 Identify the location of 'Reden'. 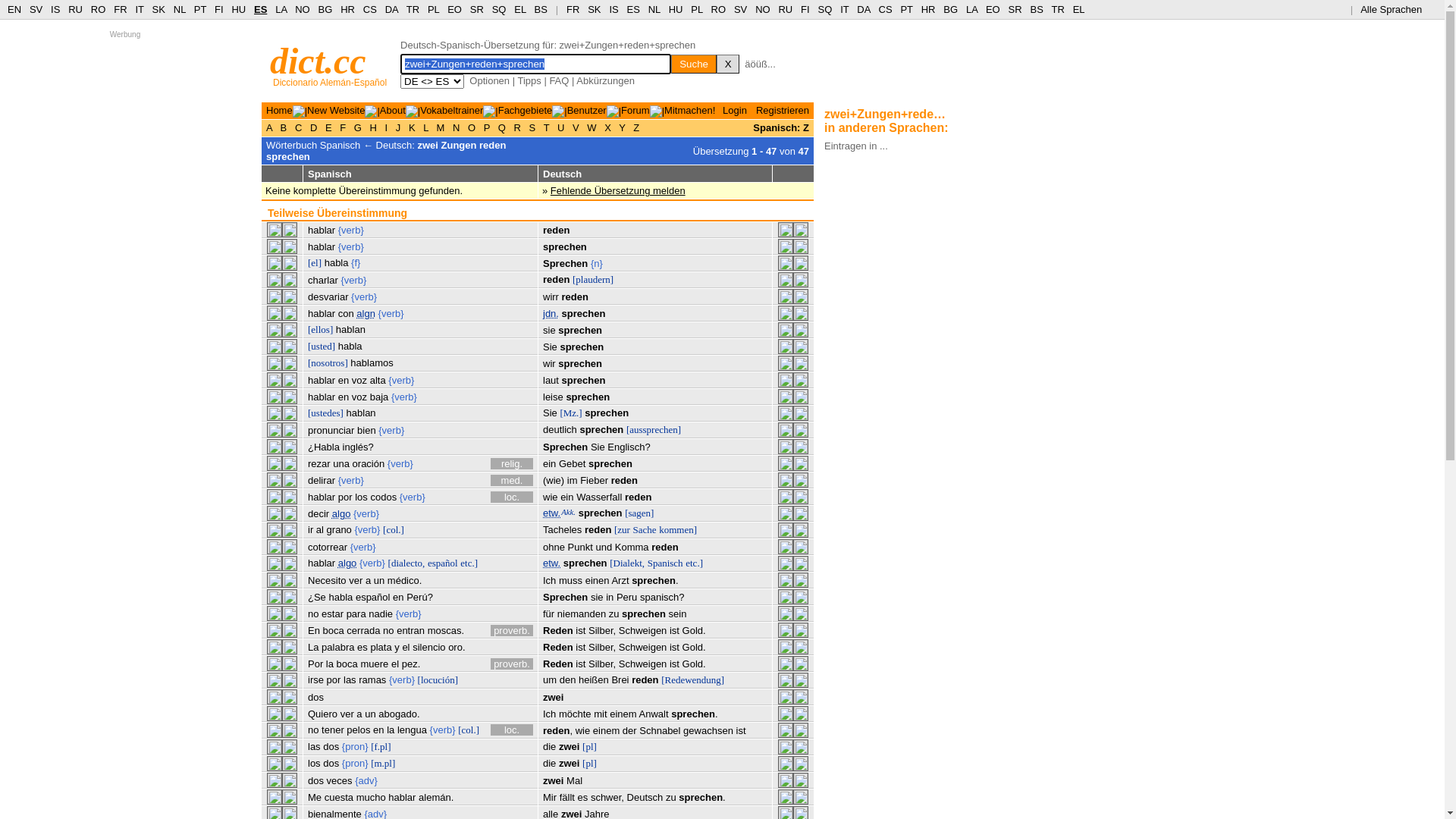
(557, 630).